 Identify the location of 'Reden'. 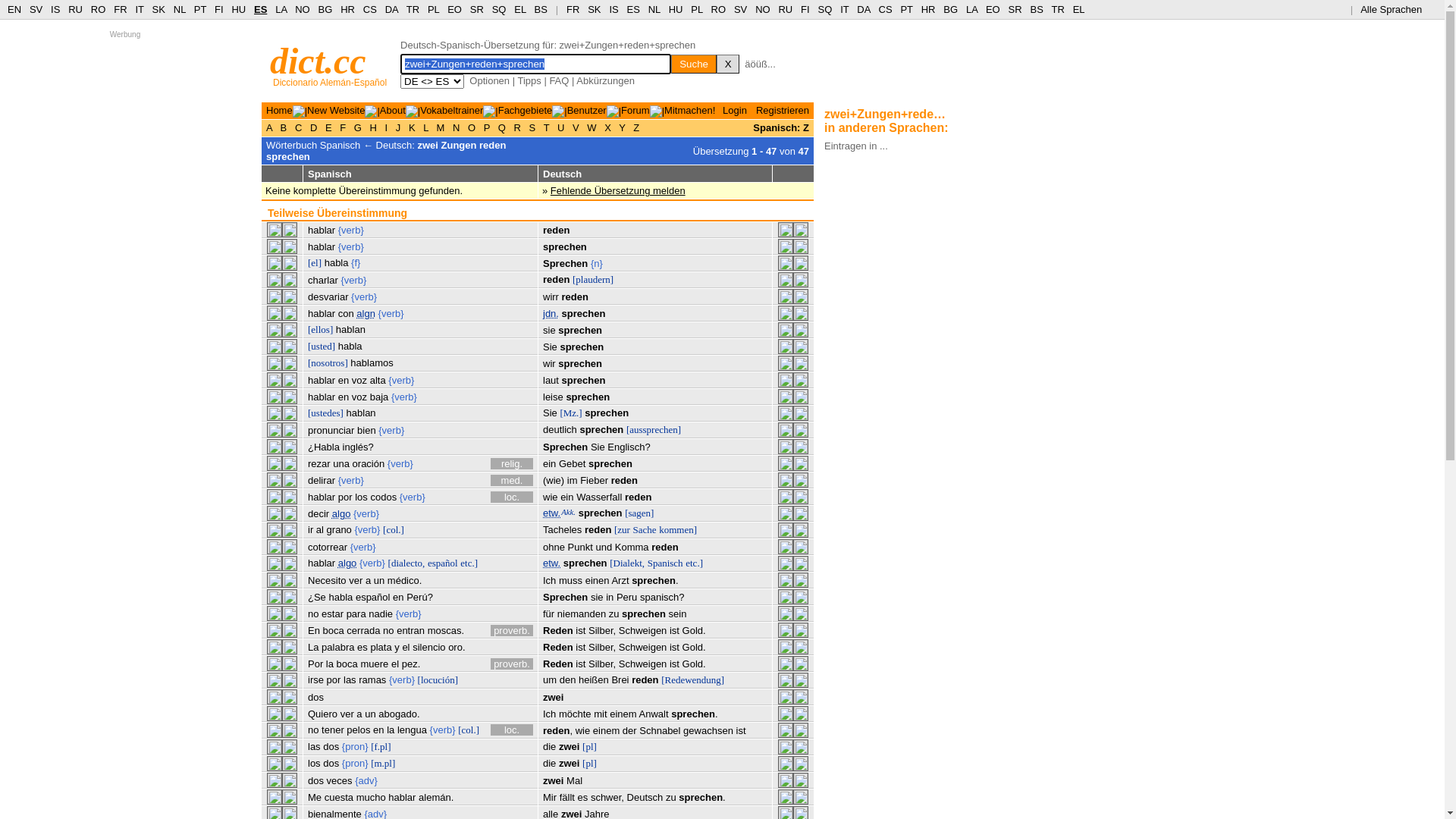
(557, 630).